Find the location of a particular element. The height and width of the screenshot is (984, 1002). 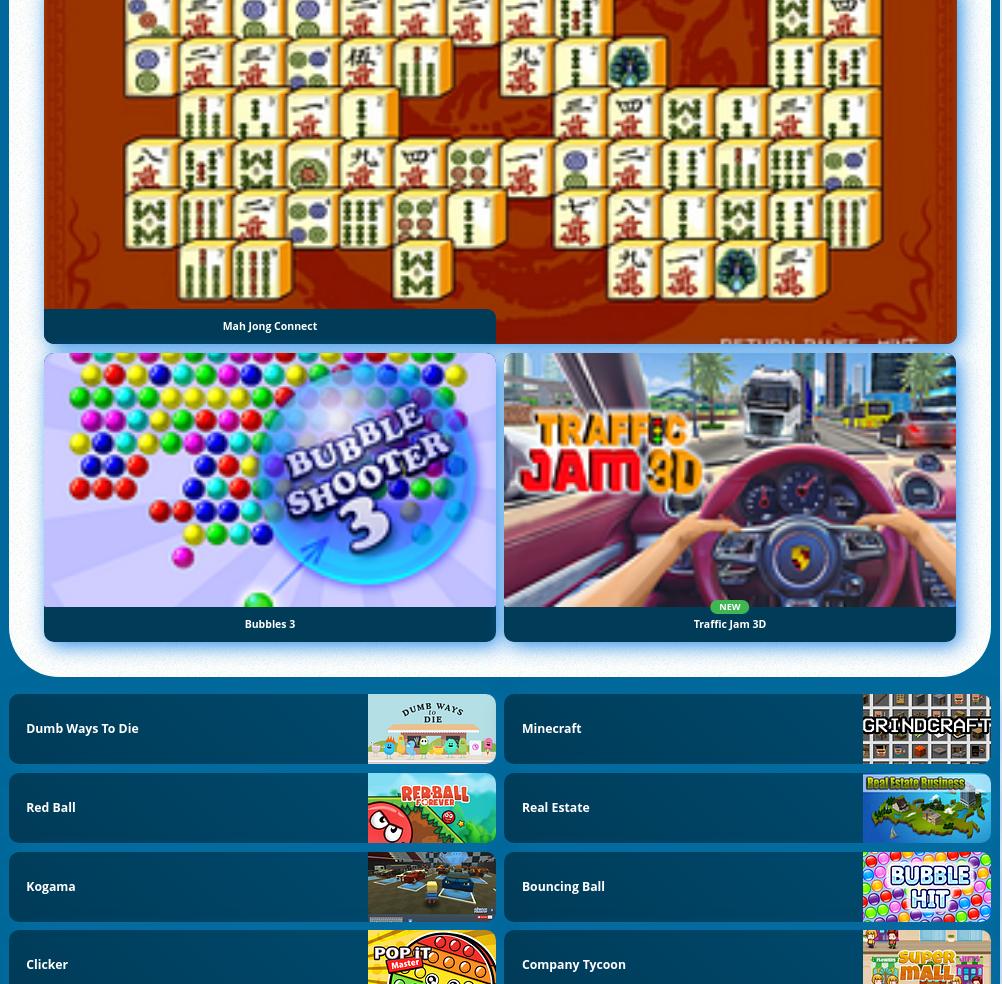

'Real Estate' is located at coordinates (555, 805).